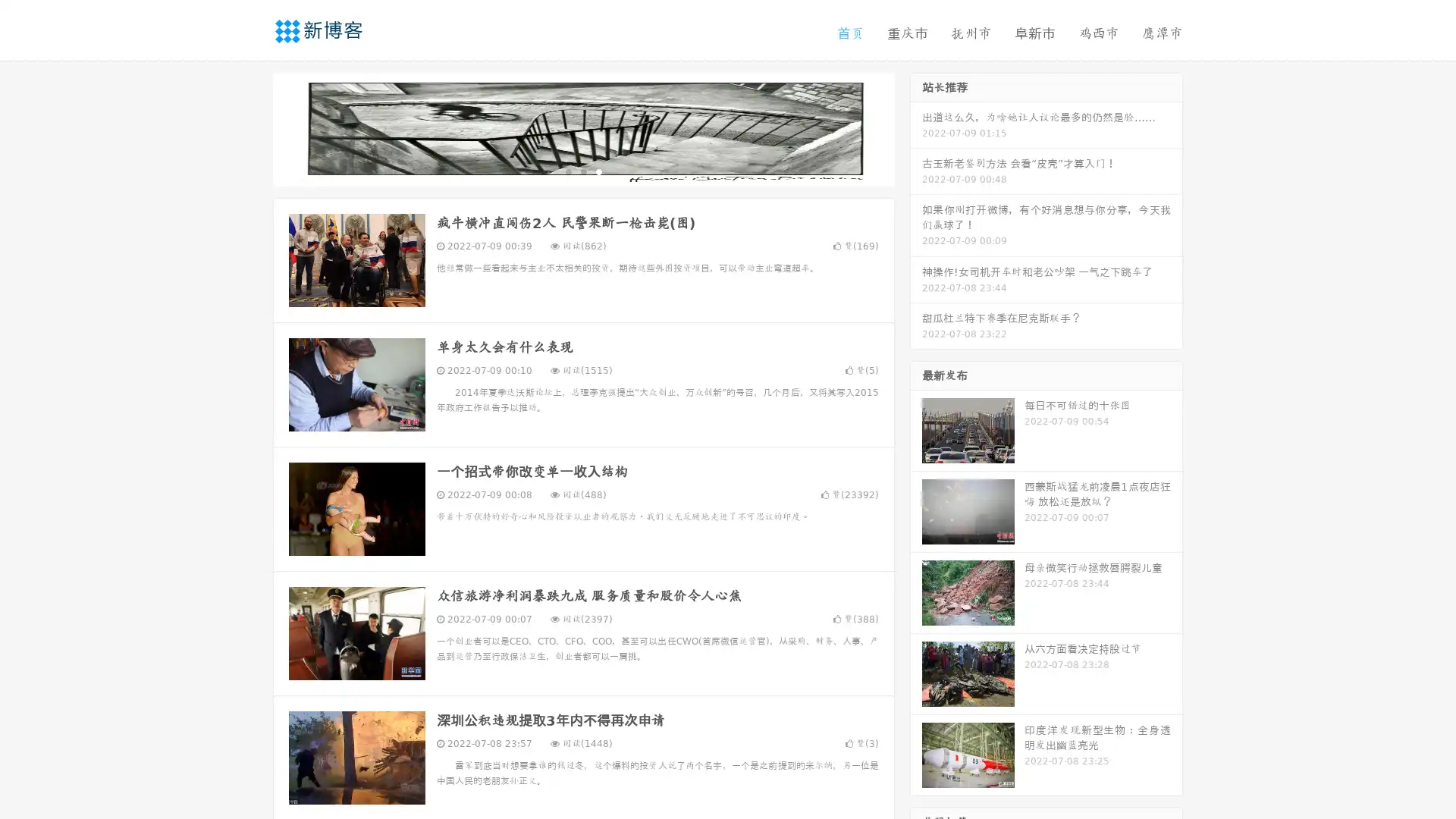 The height and width of the screenshot is (819, 1456). What do you see at coordinates (250, 127) in the screenshot?
I see `Previous slide` at bounding box center [250, 127].